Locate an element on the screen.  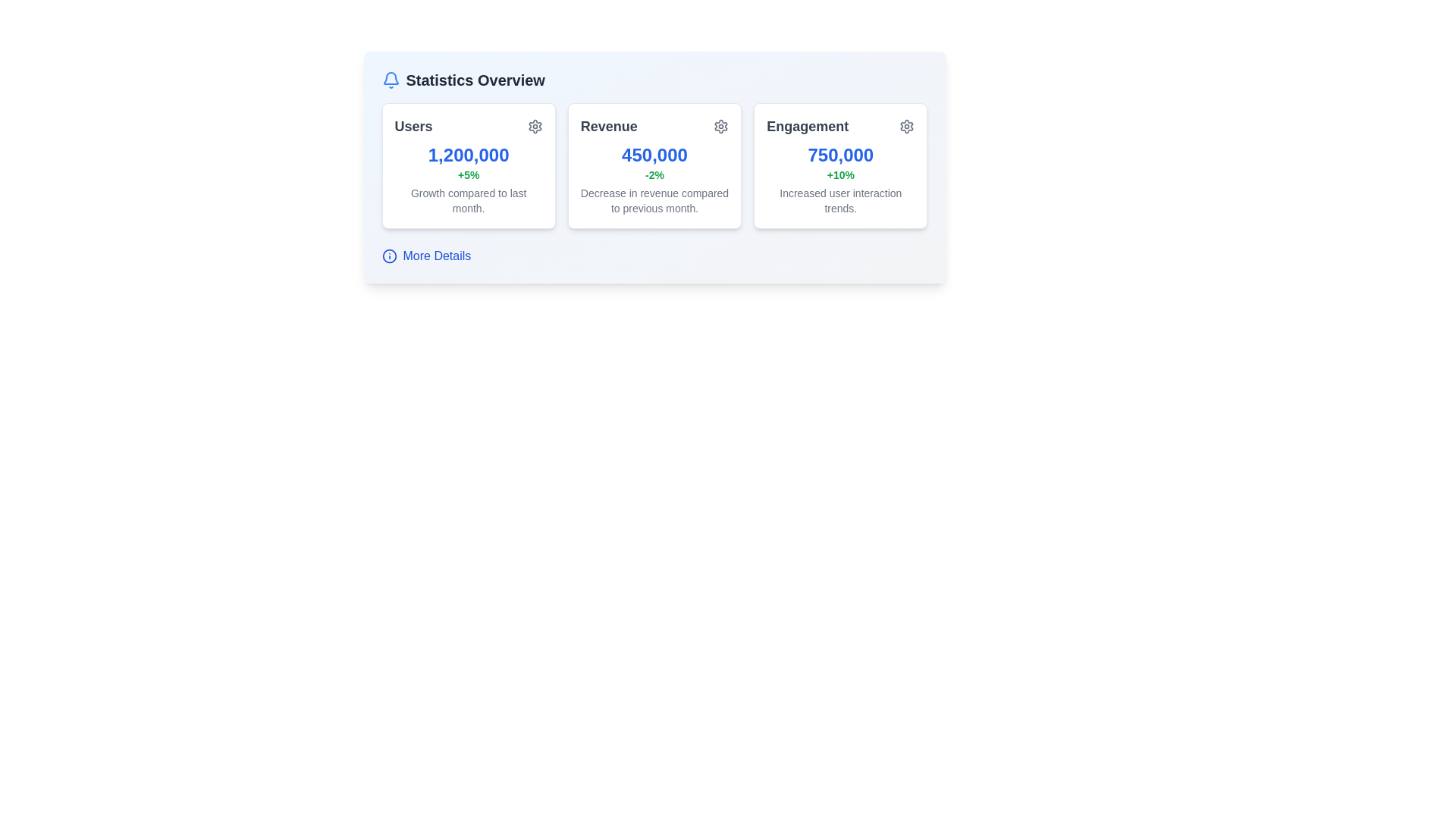
the bold text label 'Engagement' in the Statistics Overview section, located at the top of the third card from the left is located at coordinates (807, 125).